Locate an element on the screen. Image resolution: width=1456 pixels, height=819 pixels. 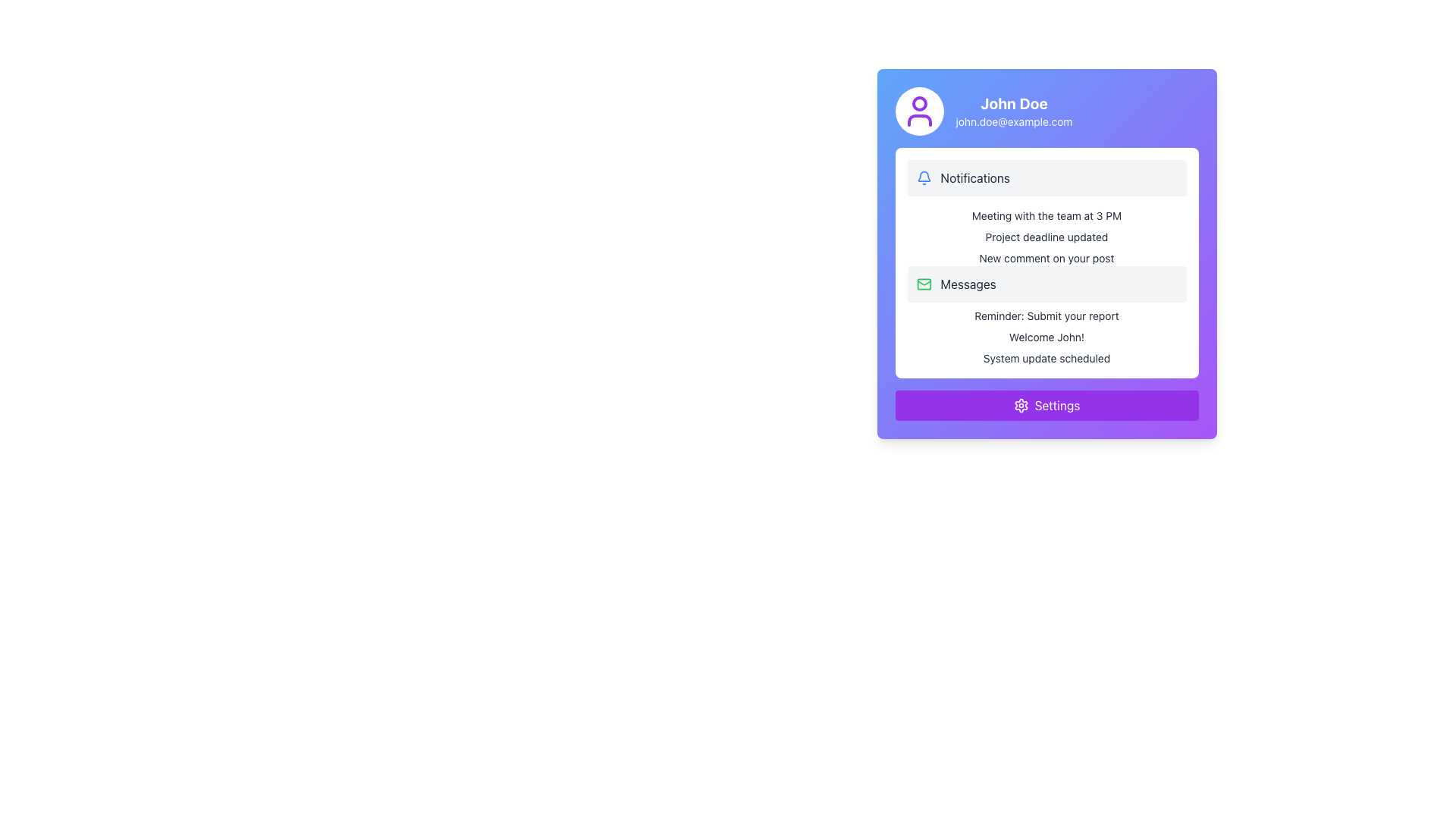
the gear icon representing settings functionality, located to the left of the 'Settings' label within a purple button at the bottom of the user interface card is located at coordinates (1021, 405).